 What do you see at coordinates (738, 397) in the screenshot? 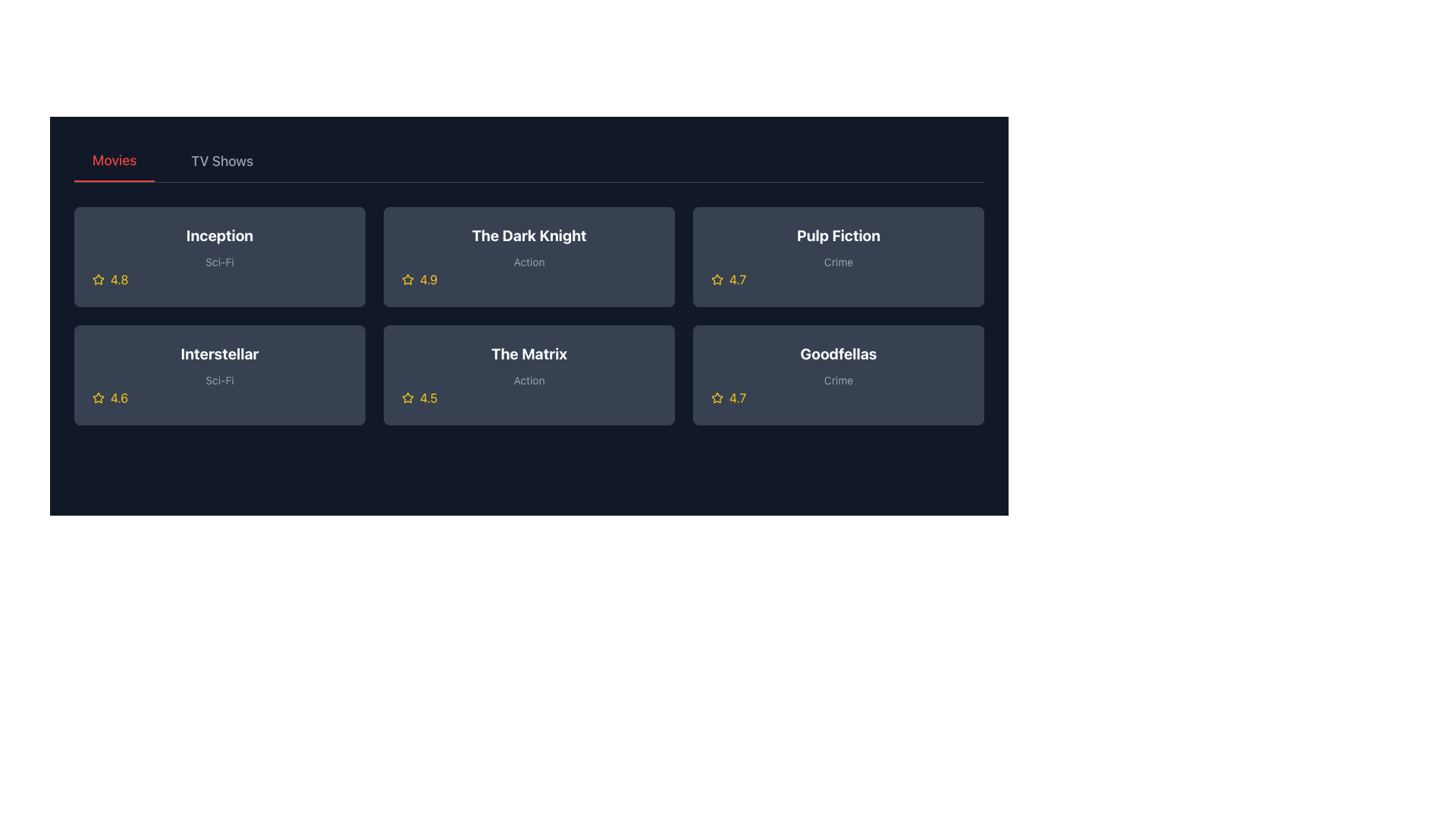
I see `numerical text '4.7' styled in yellow, located in the bottom right corner of the 'Goodfellas' movie card, next to the star rating icon` at bounding box center [738, 397].